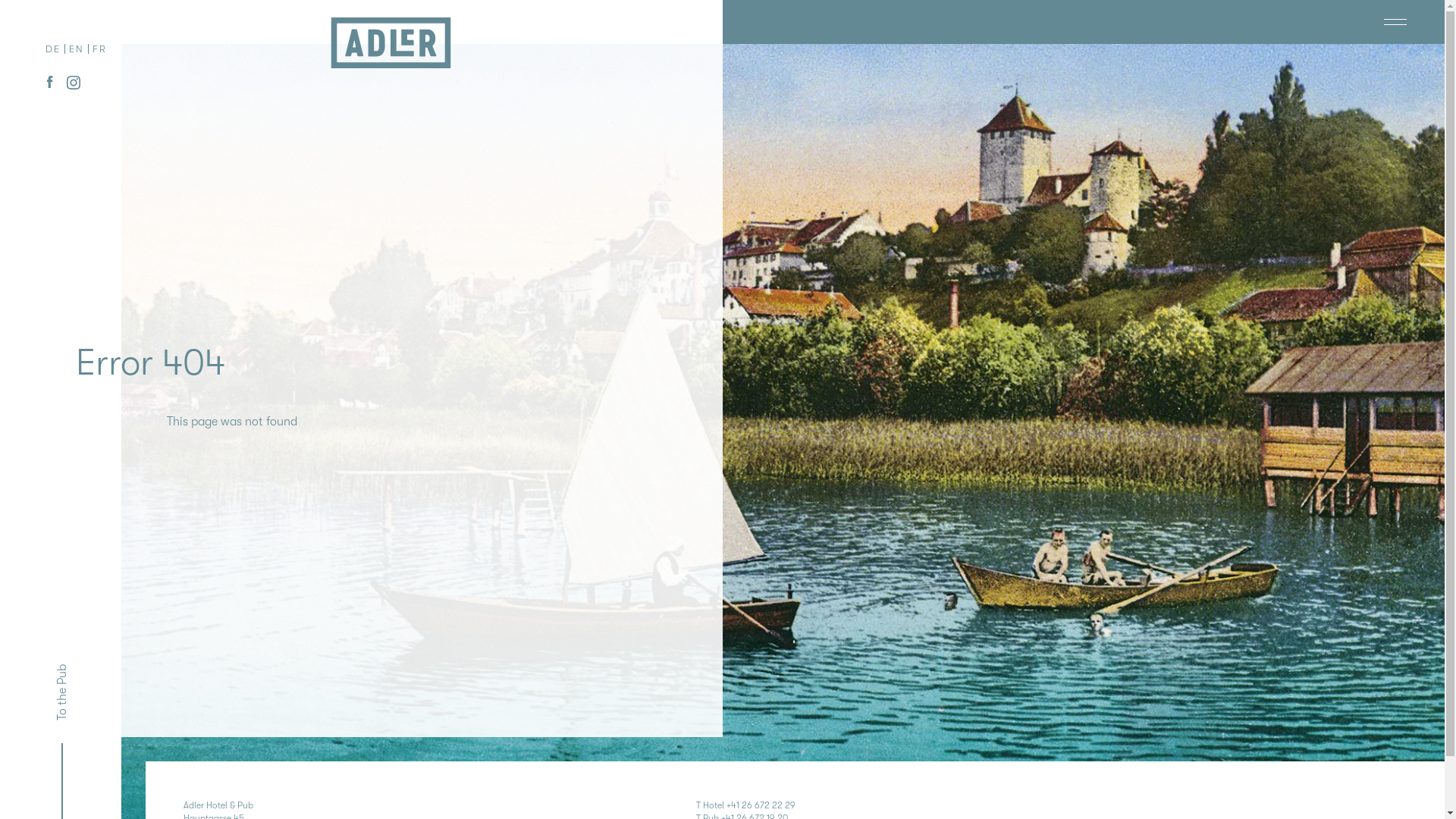  What do you see at coordinates (68, 49) in the screenshot?
I see `'EN'` at bounding box center [68, 49].